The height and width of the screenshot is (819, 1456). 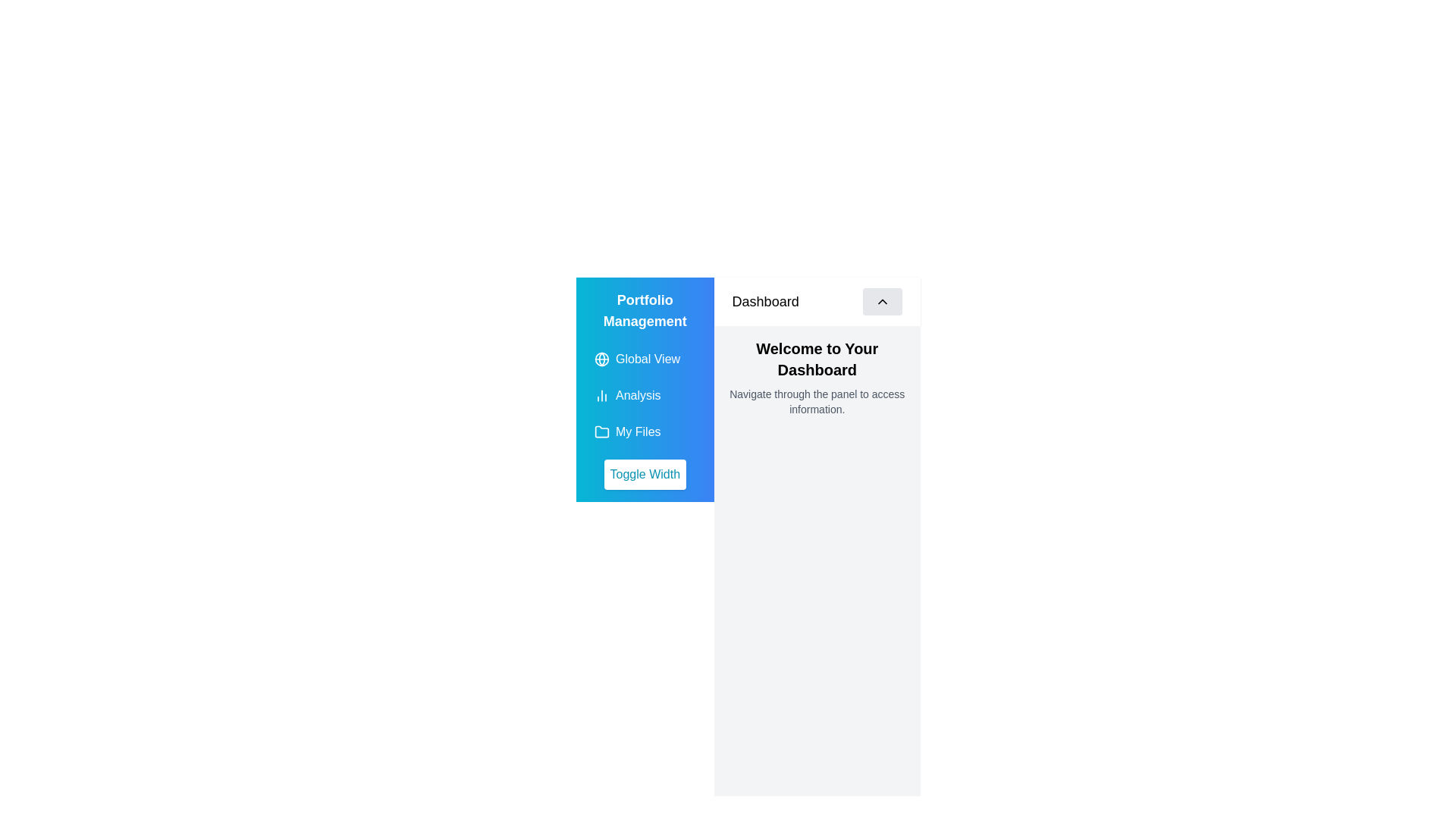 I want to click on the 'My Files' button, which is the third item in the sidebar menu containing a folder icon and styled text, so click(x=645, y=432).